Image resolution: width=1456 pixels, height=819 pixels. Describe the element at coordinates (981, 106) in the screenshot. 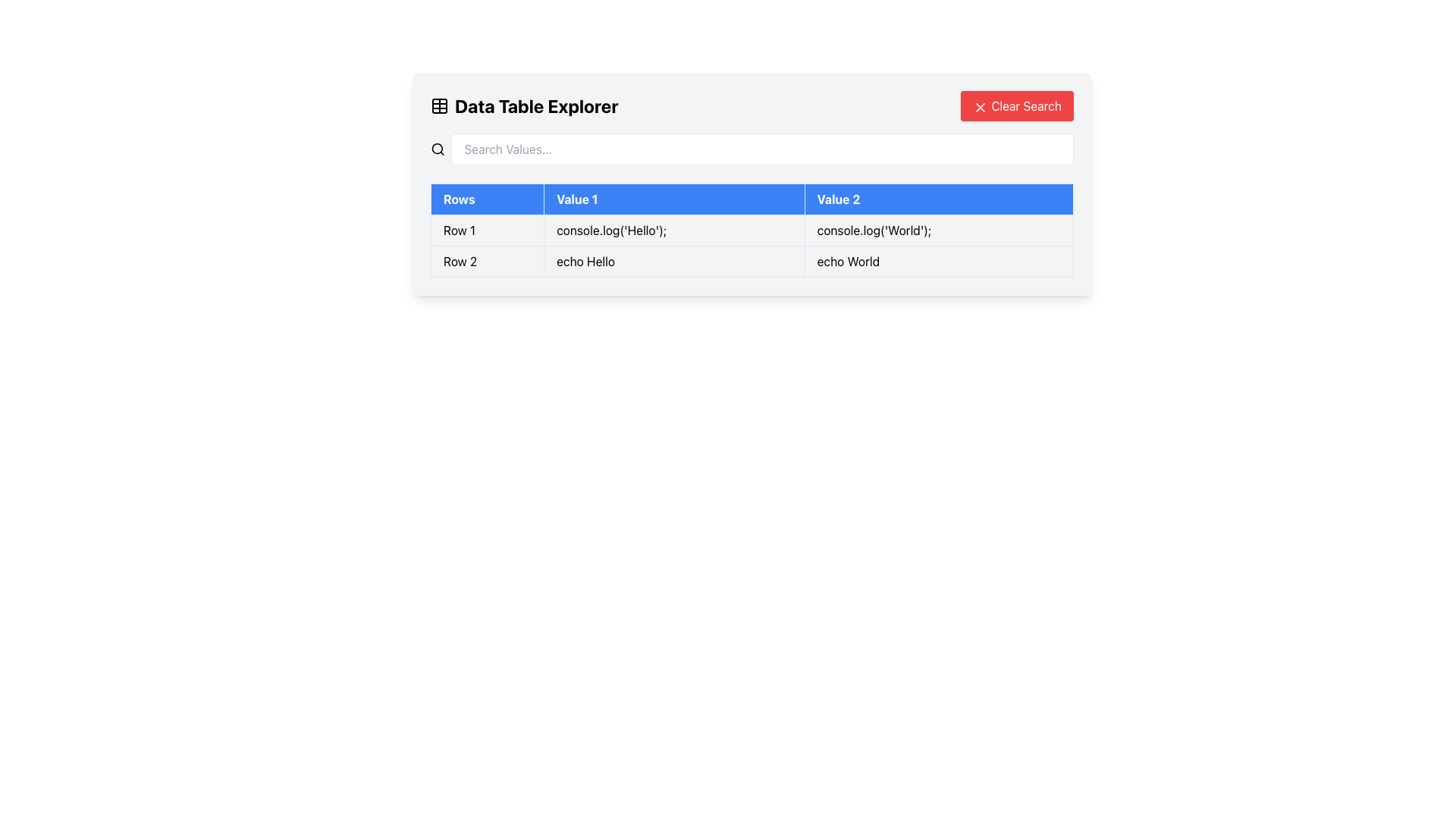

I see `the Close (X) icon located on the leftmost side of the 'Clear Search' button in the top-right corner of the interface` at that location.